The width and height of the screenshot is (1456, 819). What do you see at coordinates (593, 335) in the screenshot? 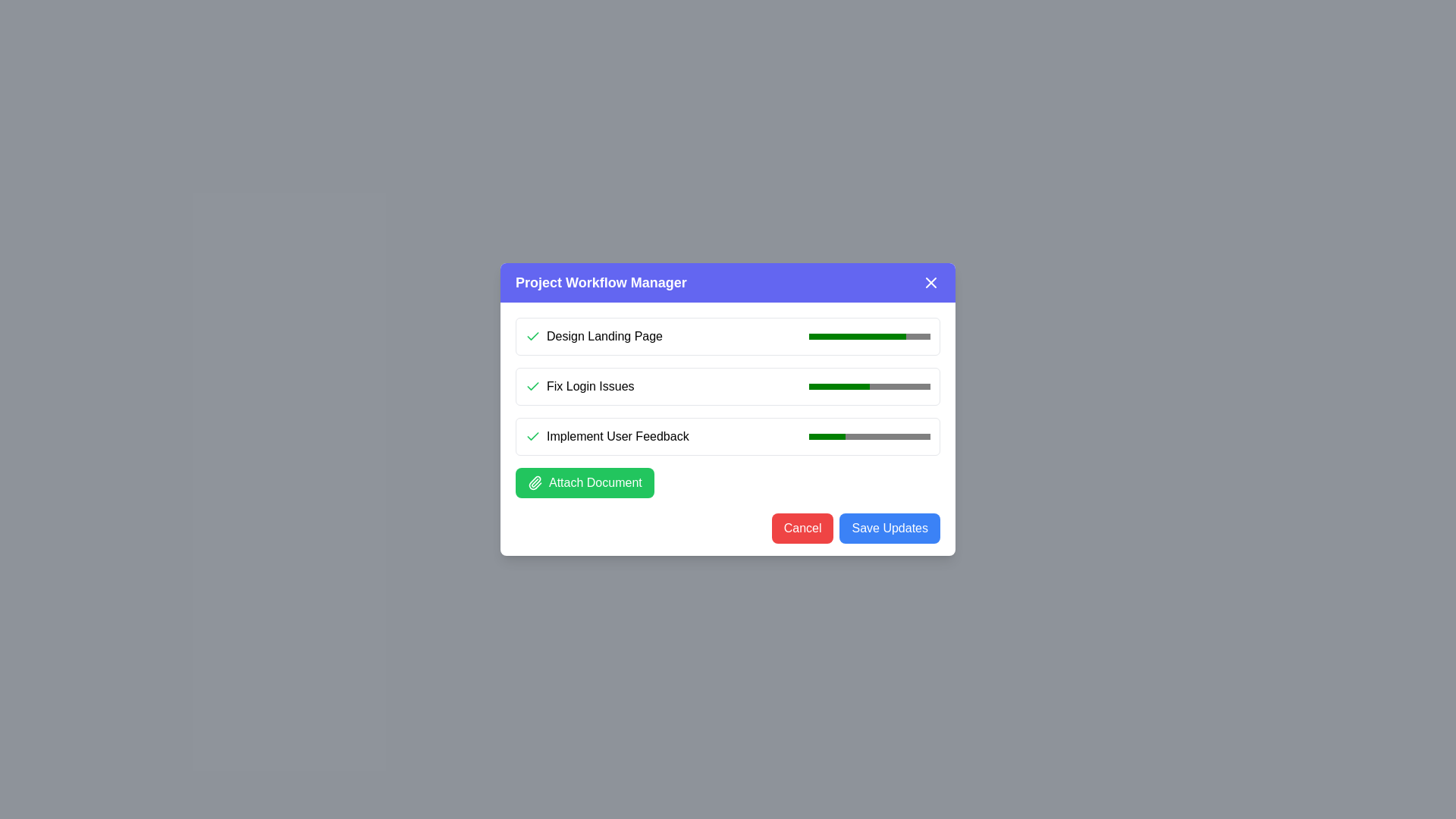
I see `the text label 'Design Landing Page' with a green checkmark icon indicating completion, which is the first item in the task list` at bounding box center [593, 335].